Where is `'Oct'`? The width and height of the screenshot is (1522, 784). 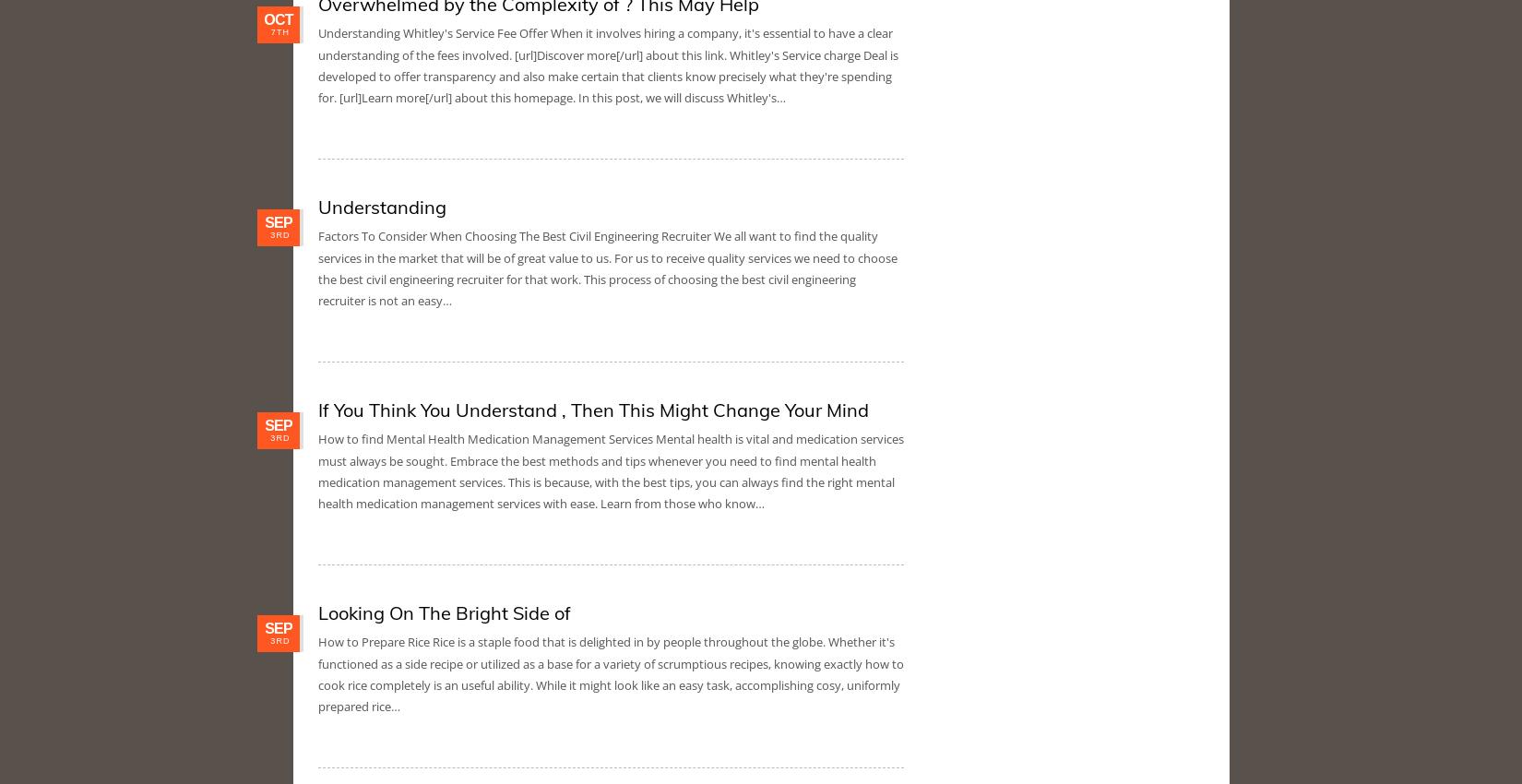
'Oct' is located at coordinates (278, 18).